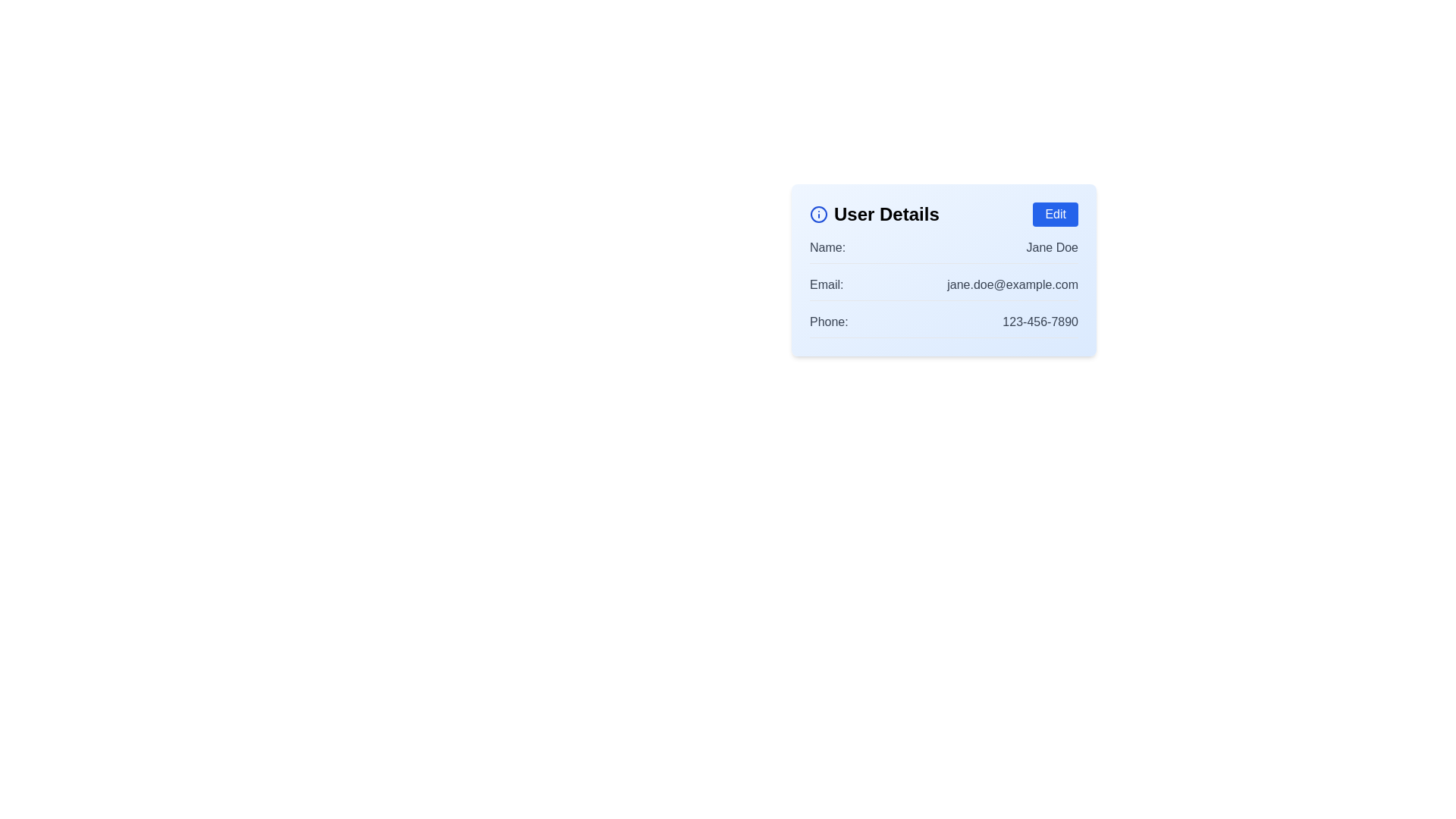 The height and width of the screenshot is (819, 1456). What do you see at coordinates (1040, 321) in the screenshot?
I see `the informational Text label displaying the user's phone number, located to the right of 'Phone:' in the 'User Details' section` at bounding box center [1040, 321].